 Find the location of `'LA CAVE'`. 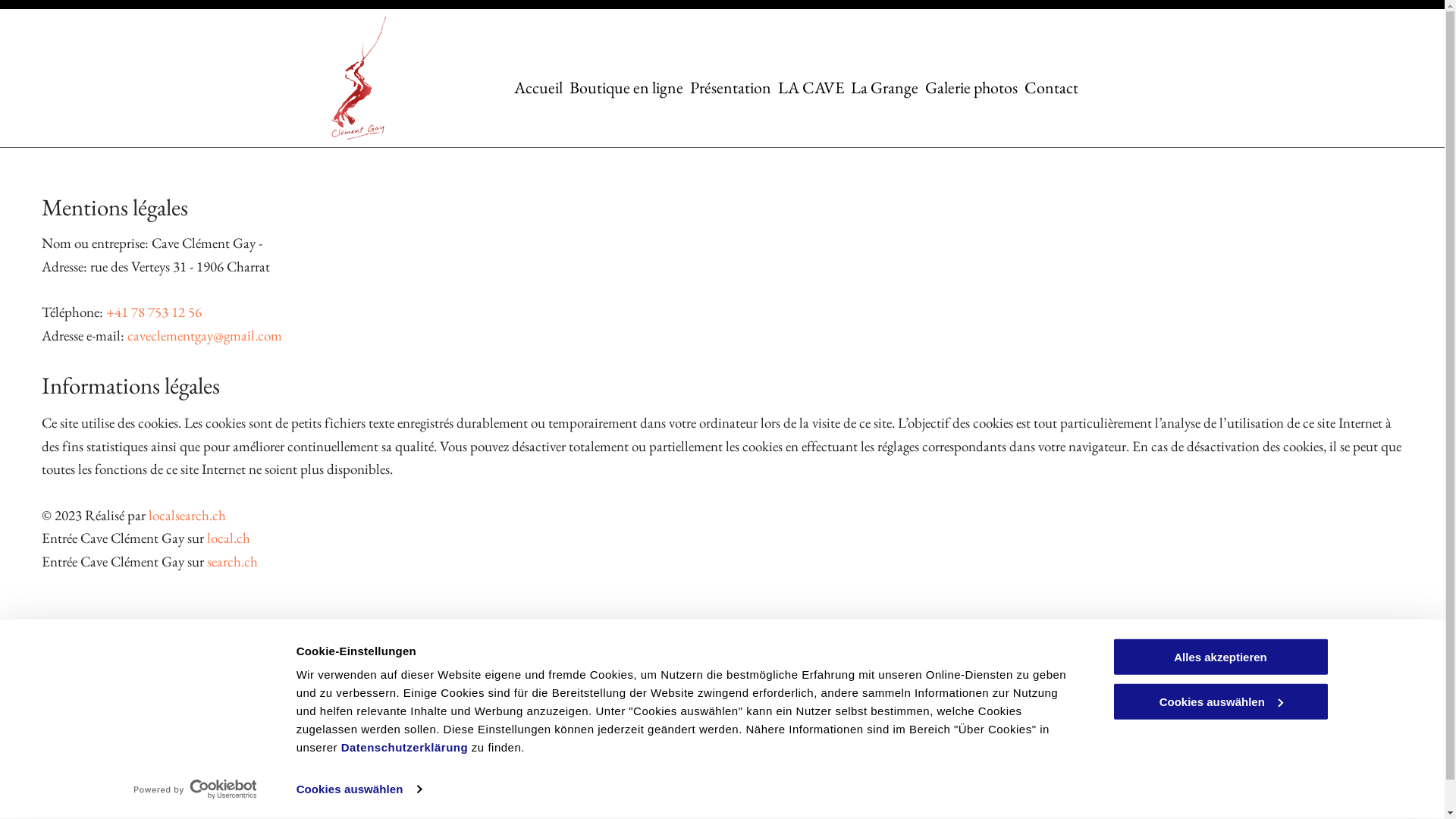

'LA CAVE' is located at coordinates (810, 86).